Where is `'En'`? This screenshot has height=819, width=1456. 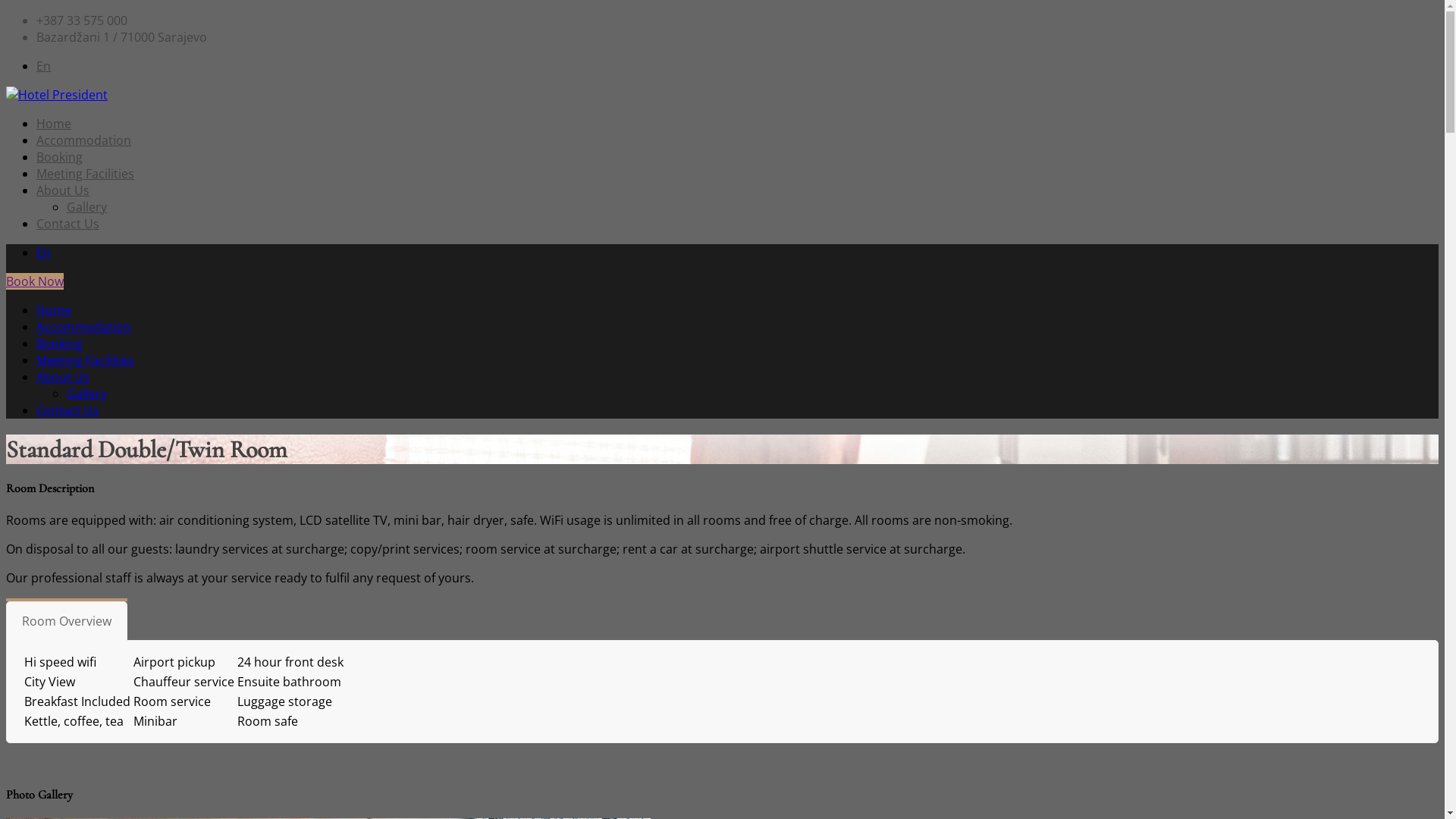
'En' is located at coordinates (43, 251).